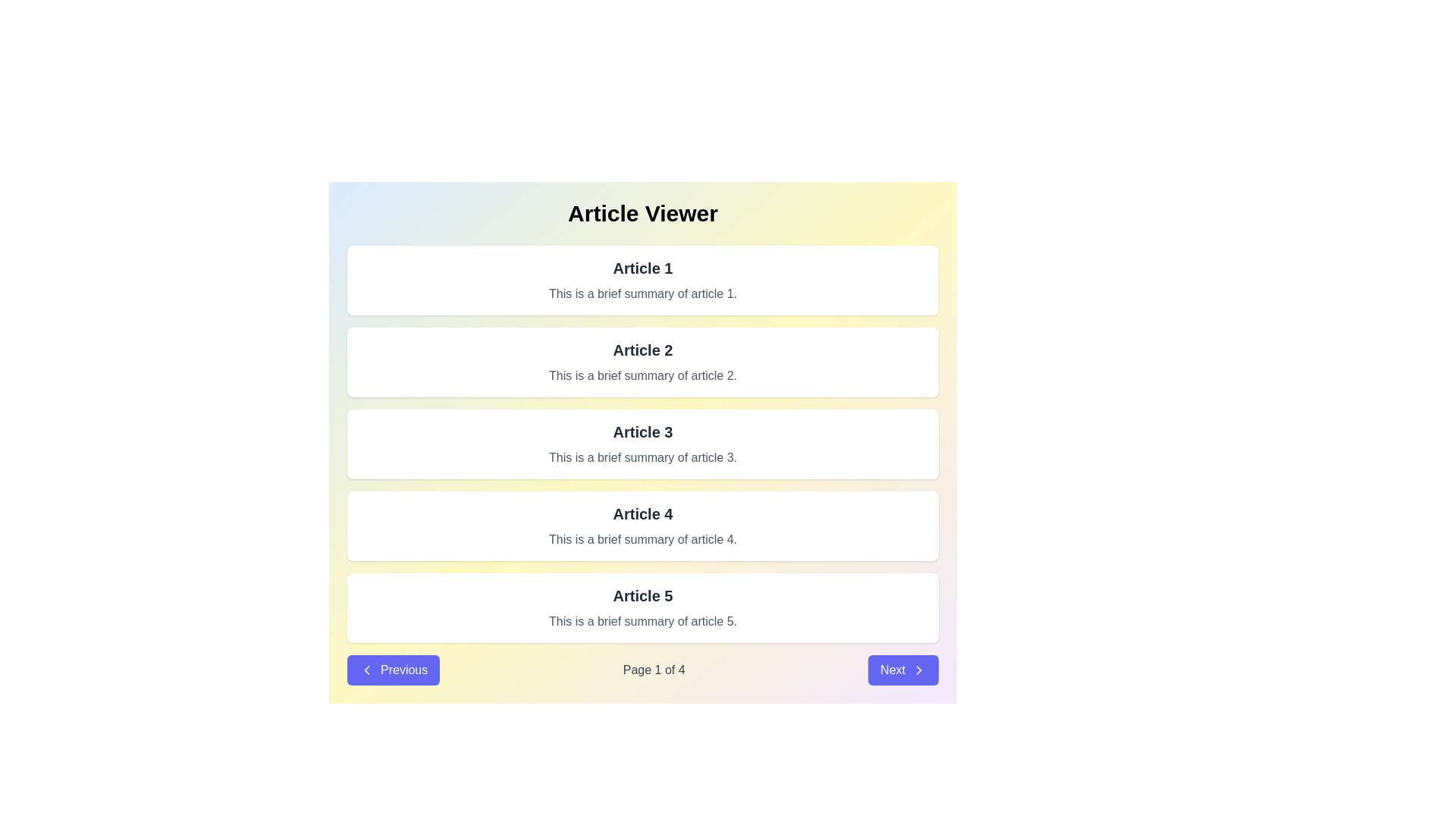  What do you see at coordinates (918, 669) in the screenshot?
I see `the 'Next' button located at the bottom-right corner of the interface, which visually indicates the transition to the next page or section` at bounding box center [918, 669].